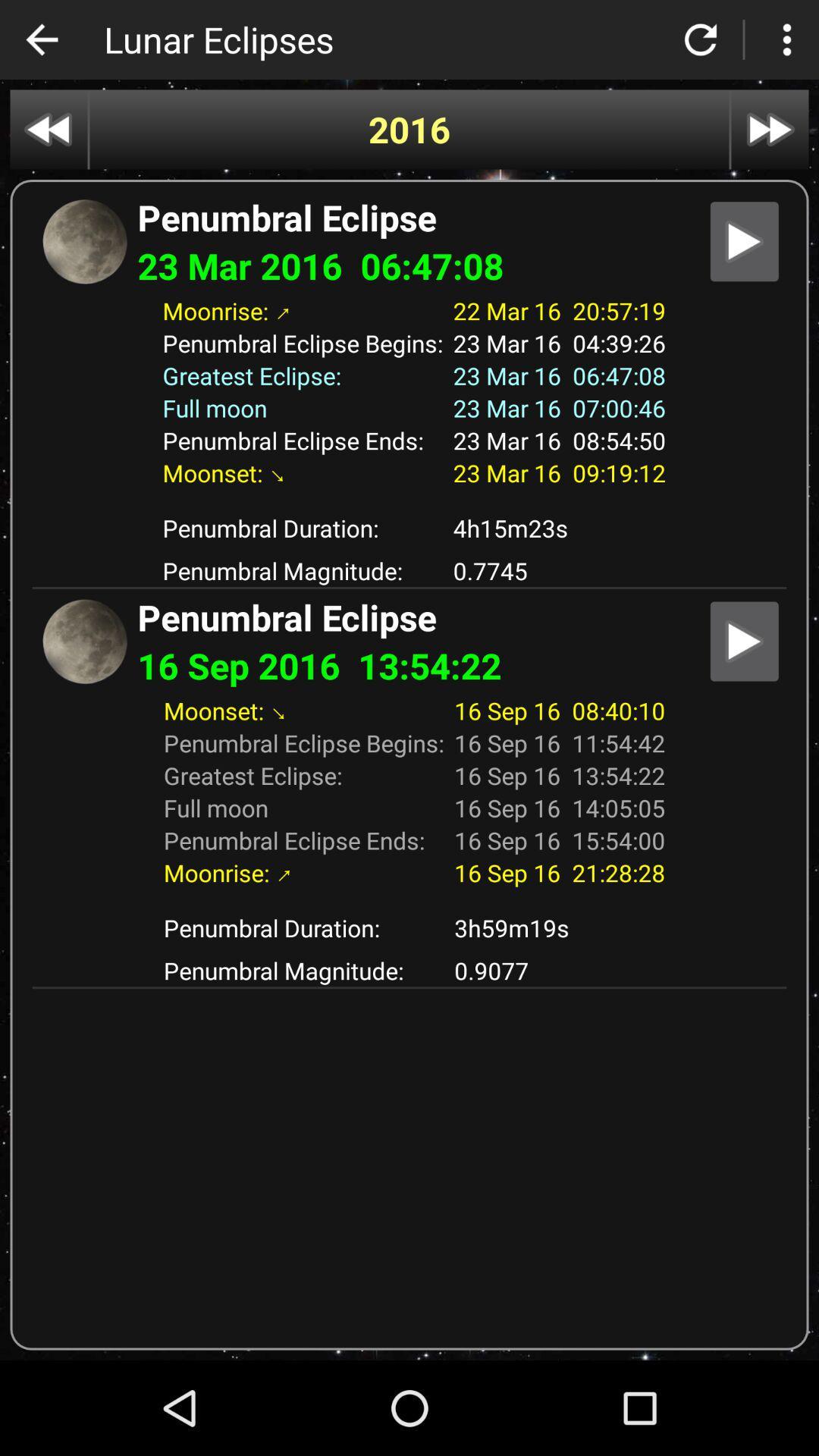 This screenshot has width=819, height=1456. I want to click on go back, so click(48, 130).